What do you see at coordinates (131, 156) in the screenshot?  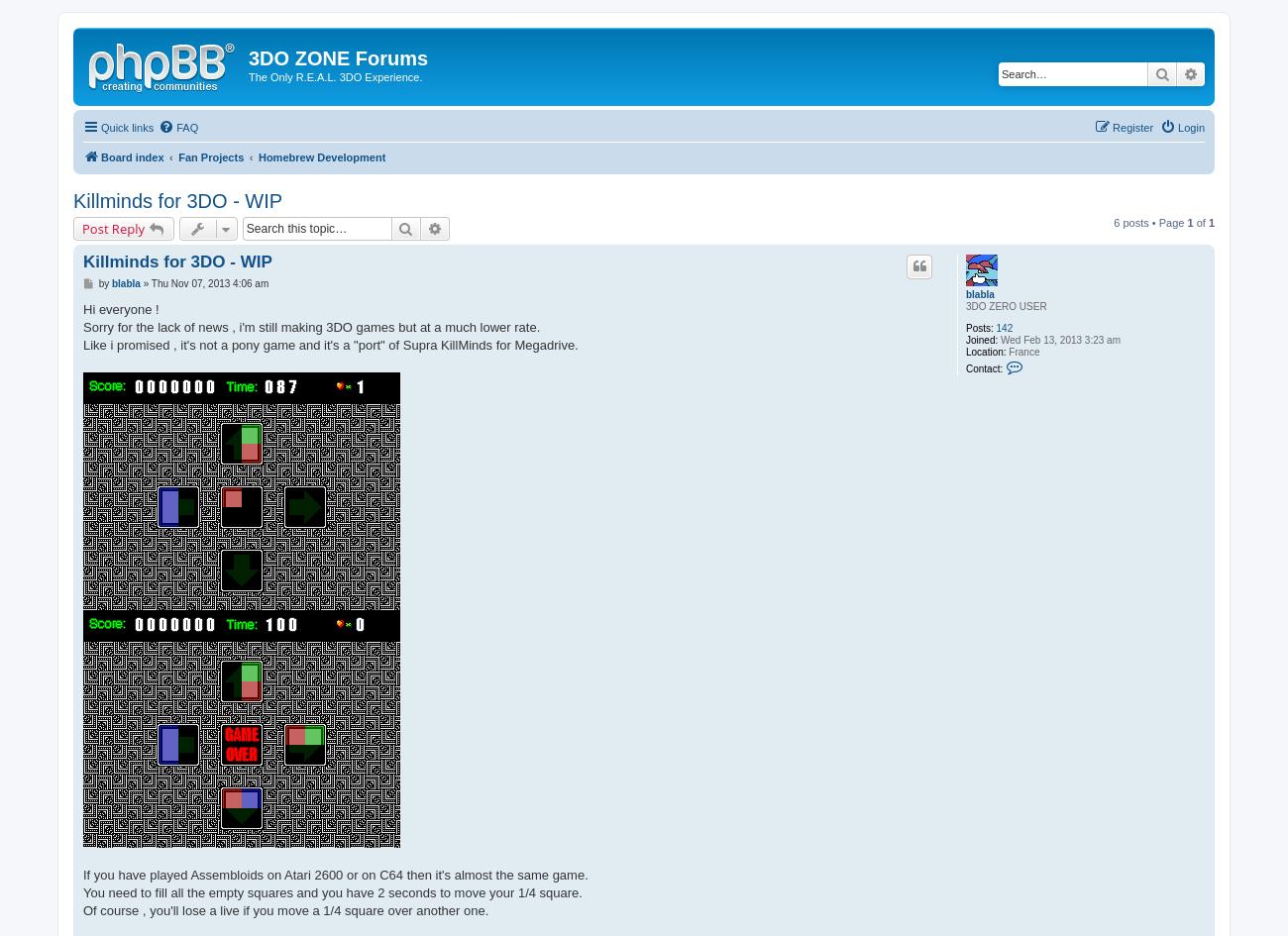 I see `'Board index'` at bounding box center [131, 156].